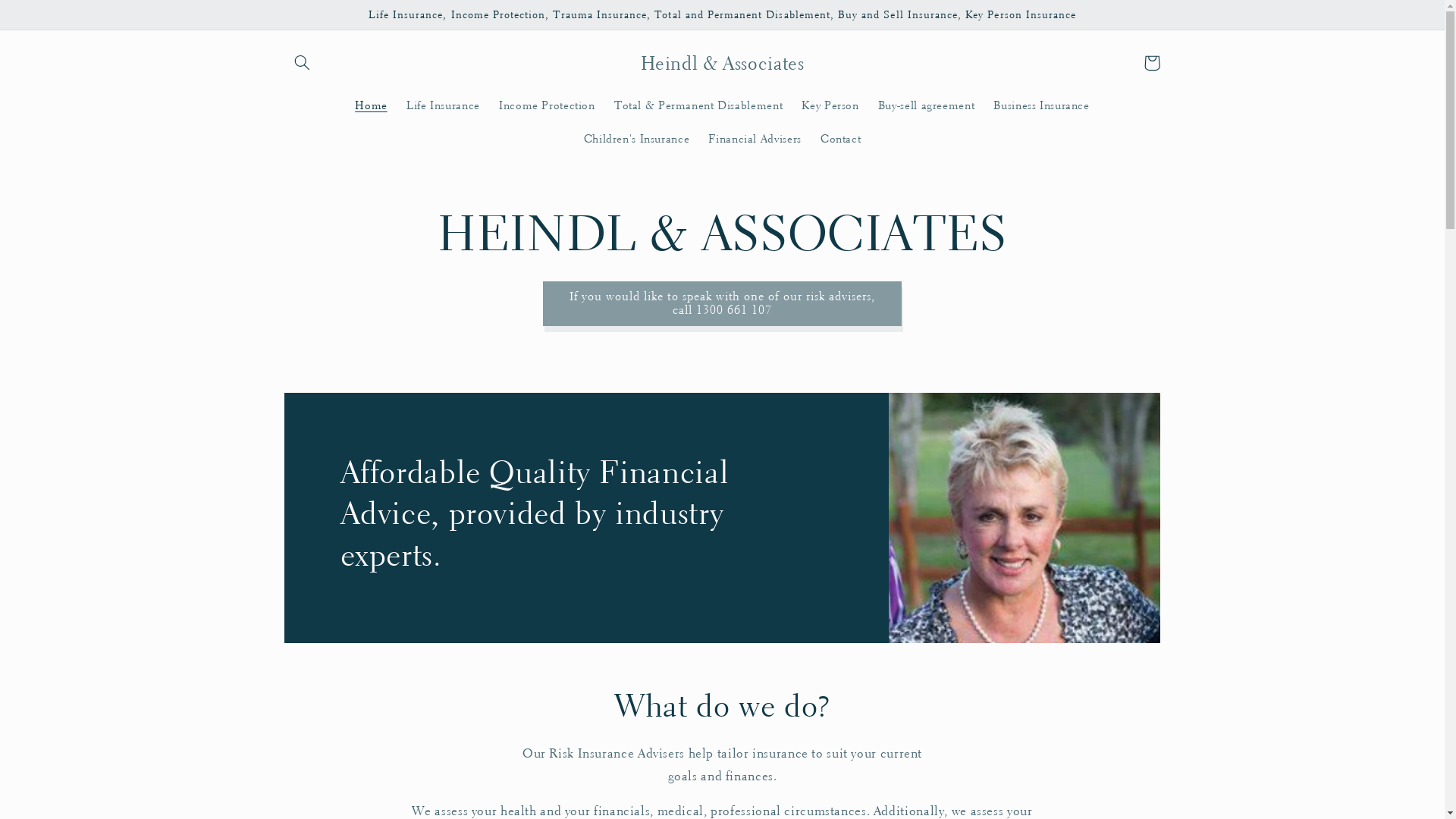 This screenshot has height=819, width=1456. I want to click on 'Contact', so click(839, 138).